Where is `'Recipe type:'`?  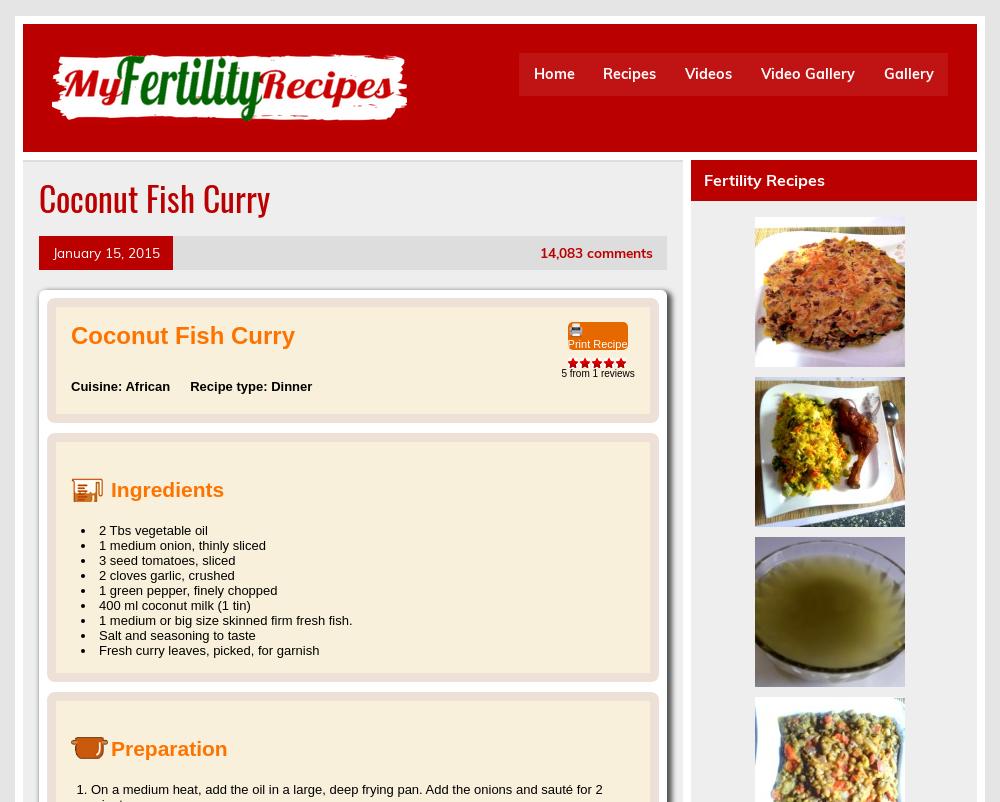 'Recipe type:' is located at coordinates (229, 384).